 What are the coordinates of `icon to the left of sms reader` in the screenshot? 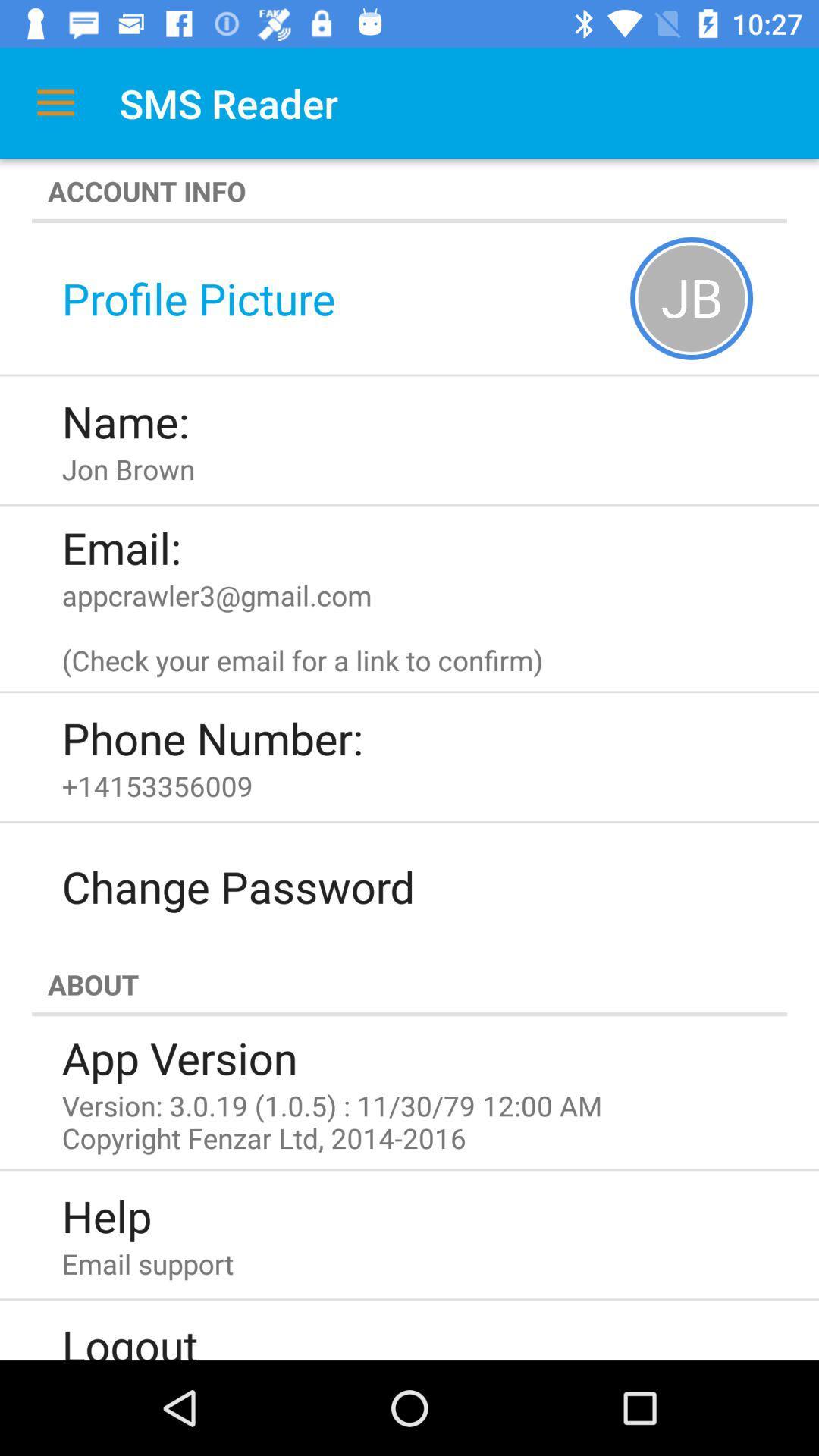 It's located at (55, 102).